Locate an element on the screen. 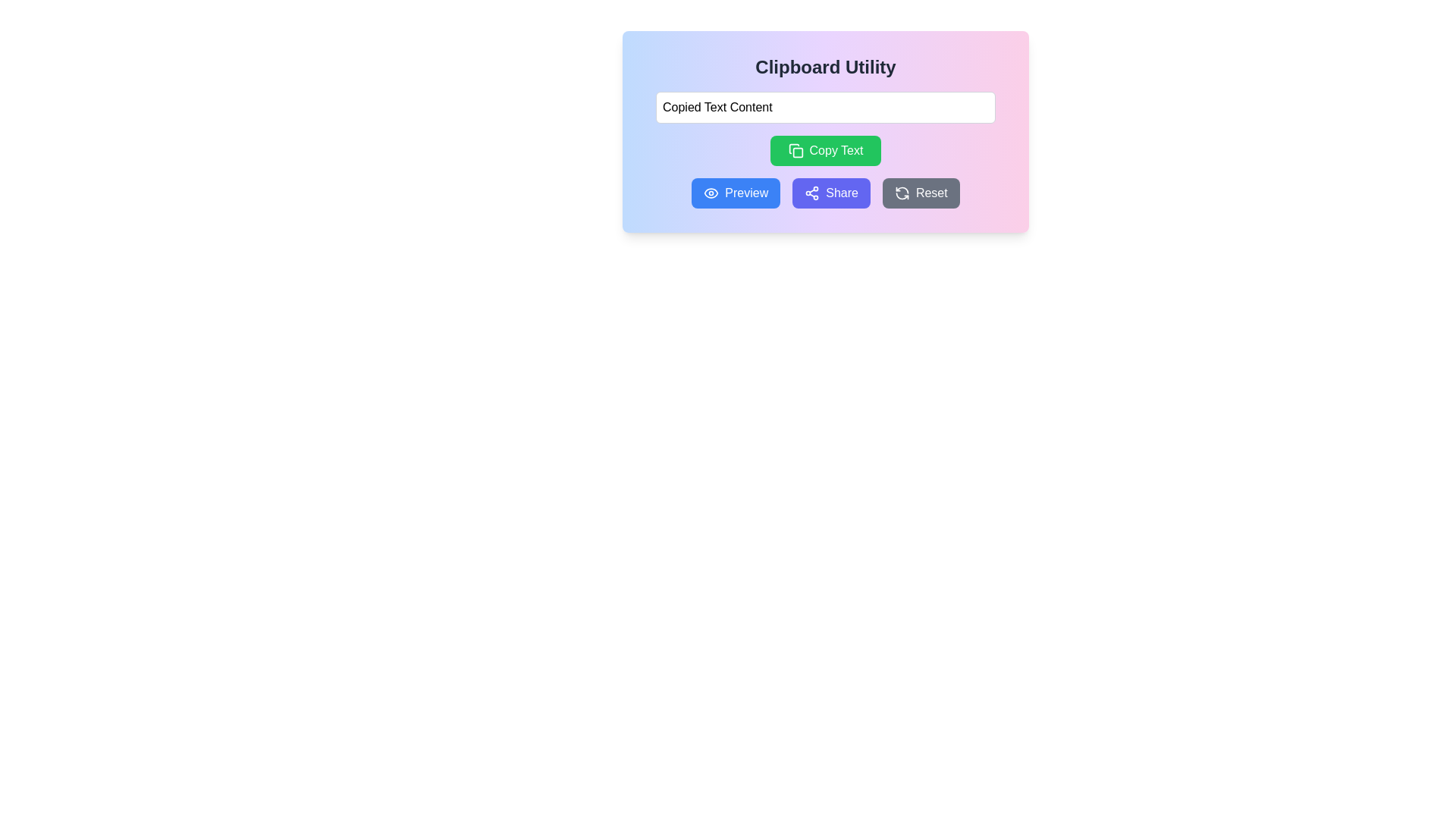  the selected text within the text input field located near the top-center of the interface, directly above the green 'Copy Text' button is located at coordinates (825, 107).